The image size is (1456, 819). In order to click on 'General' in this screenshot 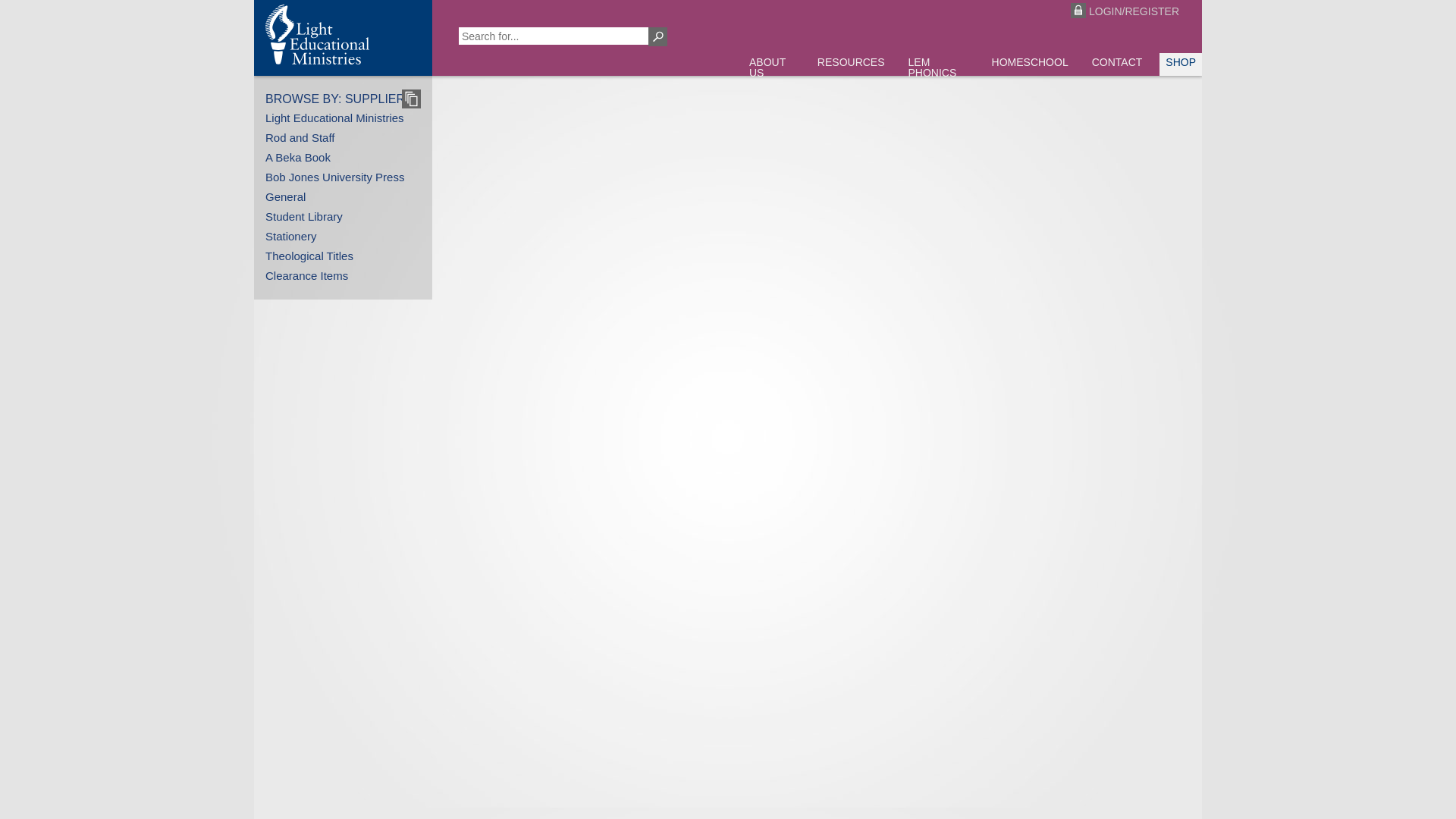, I will do `click(265, 196)`.